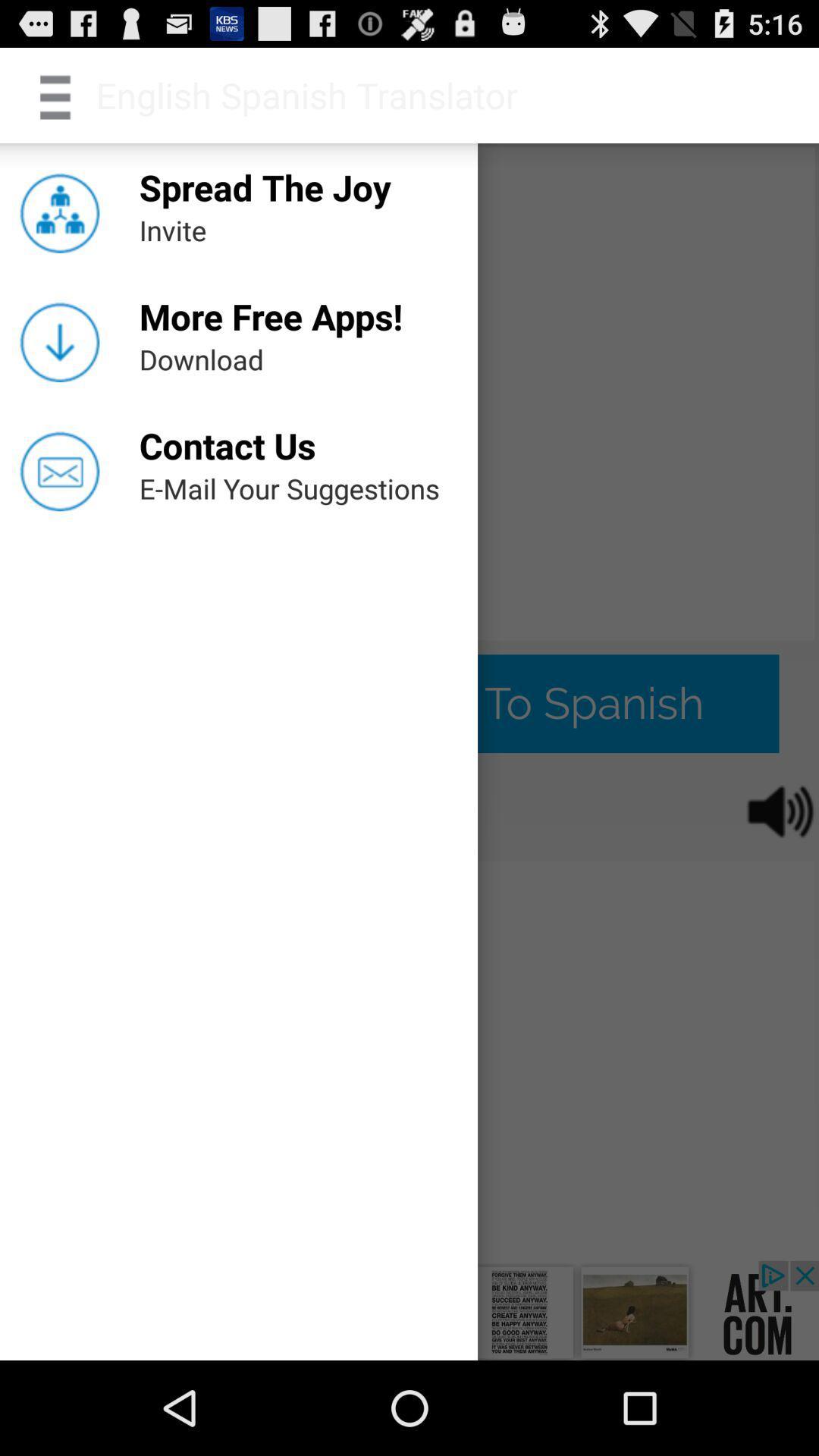 This screenshot has height=1456, width=819. What do you see at coordinates (770, 869) in the screenshot?
I see `the volume icon` at bounding box center [770, 869].